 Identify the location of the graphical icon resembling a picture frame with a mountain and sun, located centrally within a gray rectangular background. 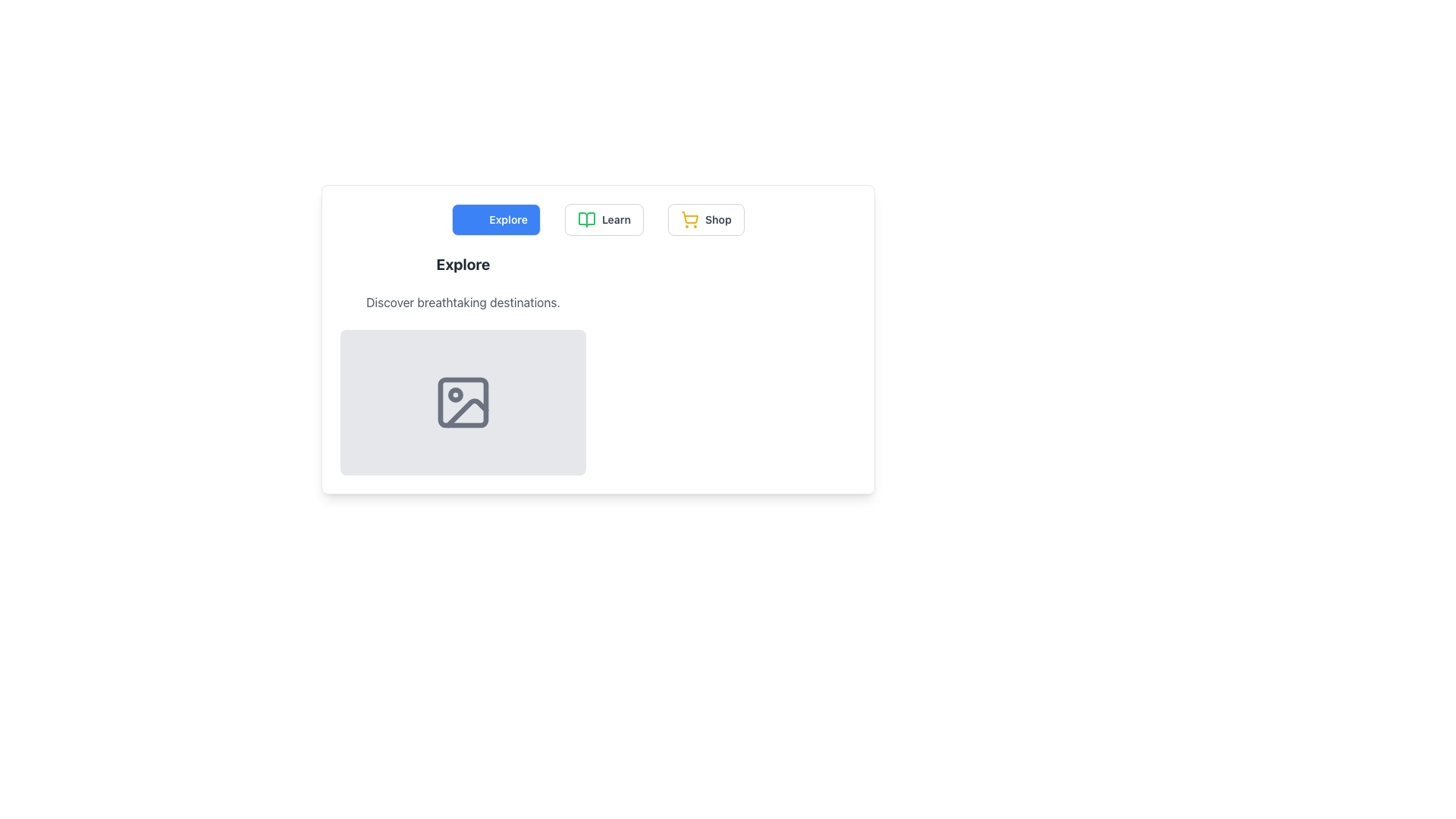
(462, 402).